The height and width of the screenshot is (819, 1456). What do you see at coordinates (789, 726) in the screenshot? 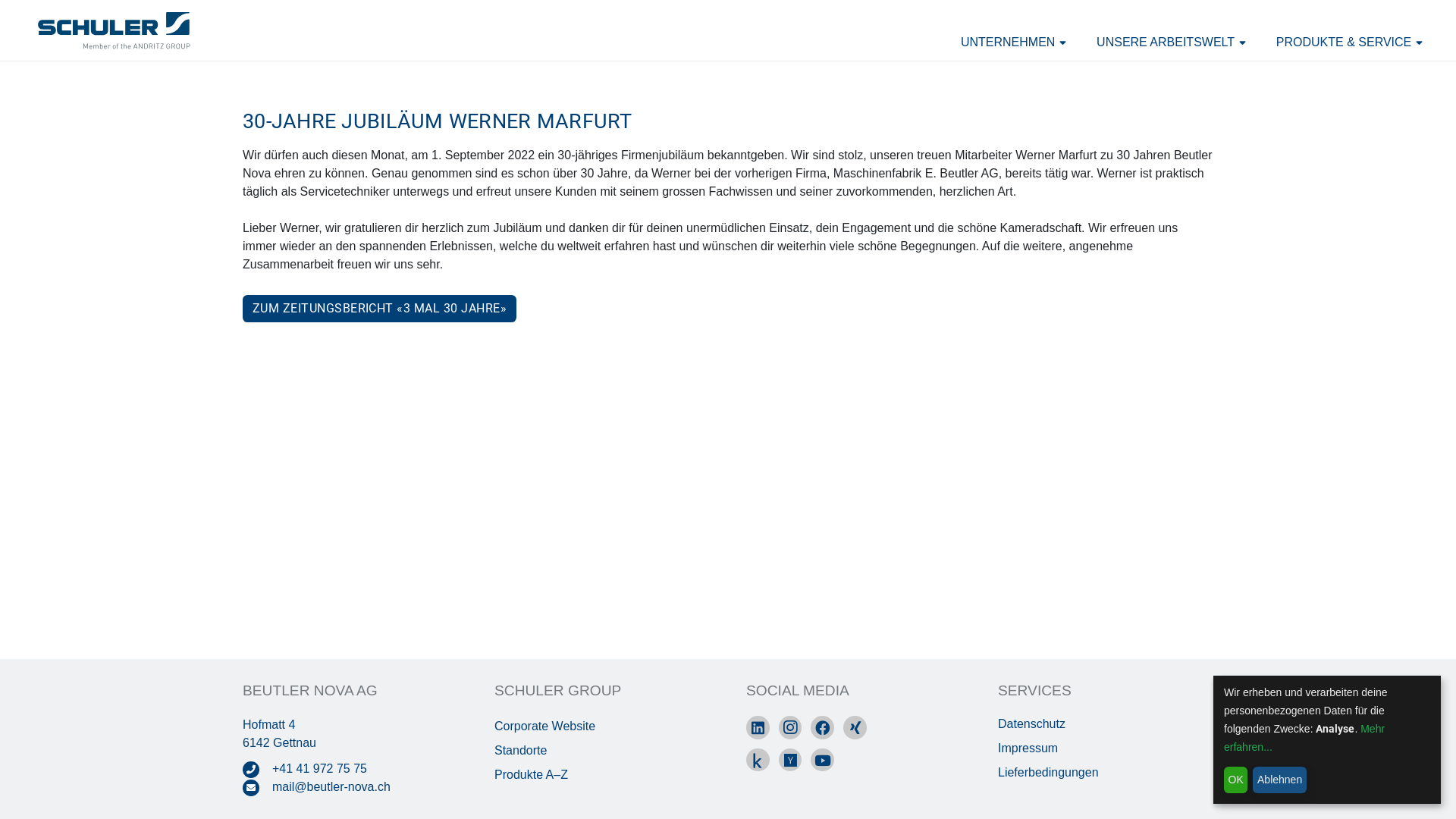
I see `'Instagram'` at bounding box center [789, 726].